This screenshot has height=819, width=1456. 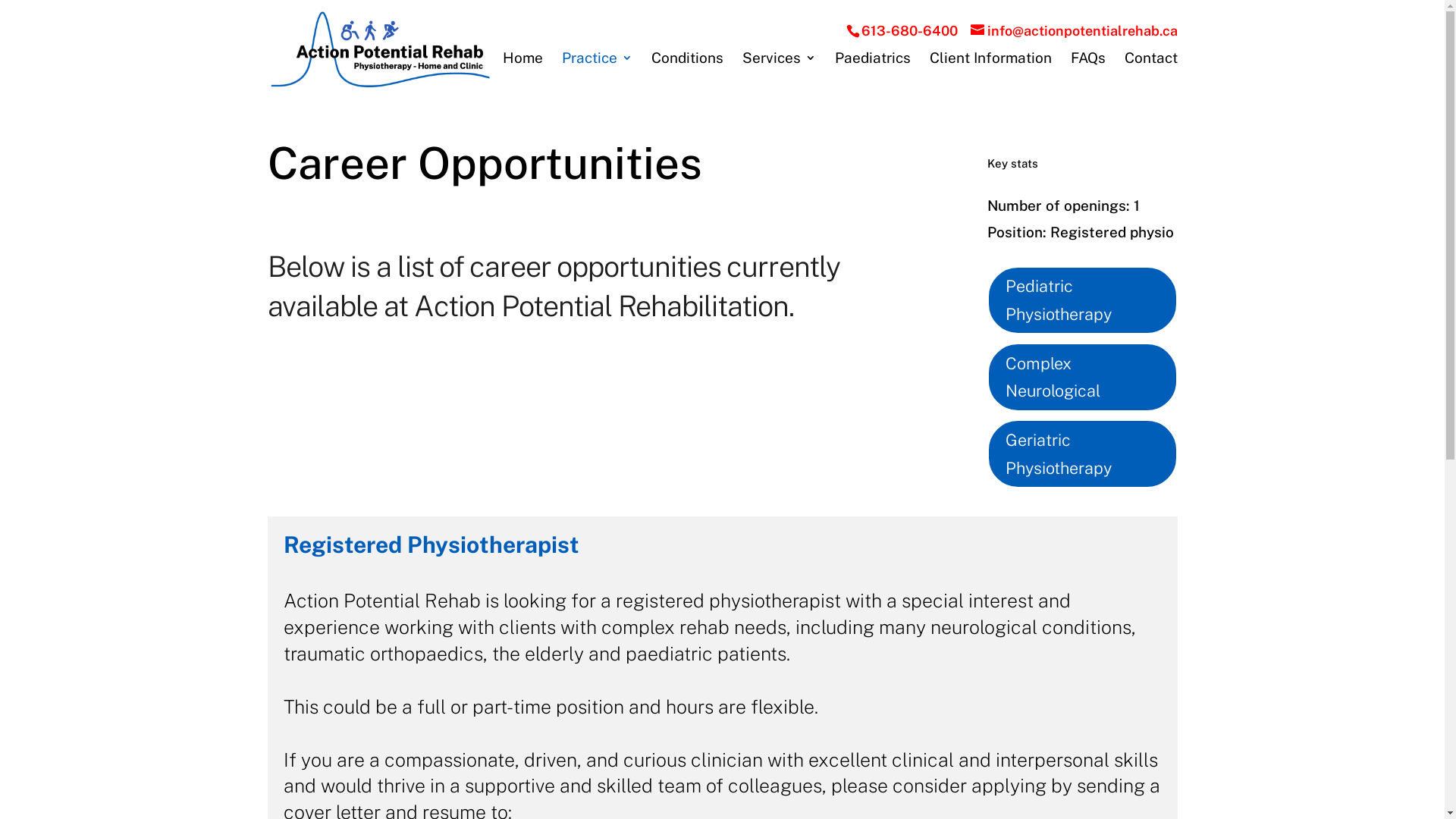 What do you see at coordinates (522, 60) in the screenshot?
I see `'Home'` at bounding box center [522, 60].